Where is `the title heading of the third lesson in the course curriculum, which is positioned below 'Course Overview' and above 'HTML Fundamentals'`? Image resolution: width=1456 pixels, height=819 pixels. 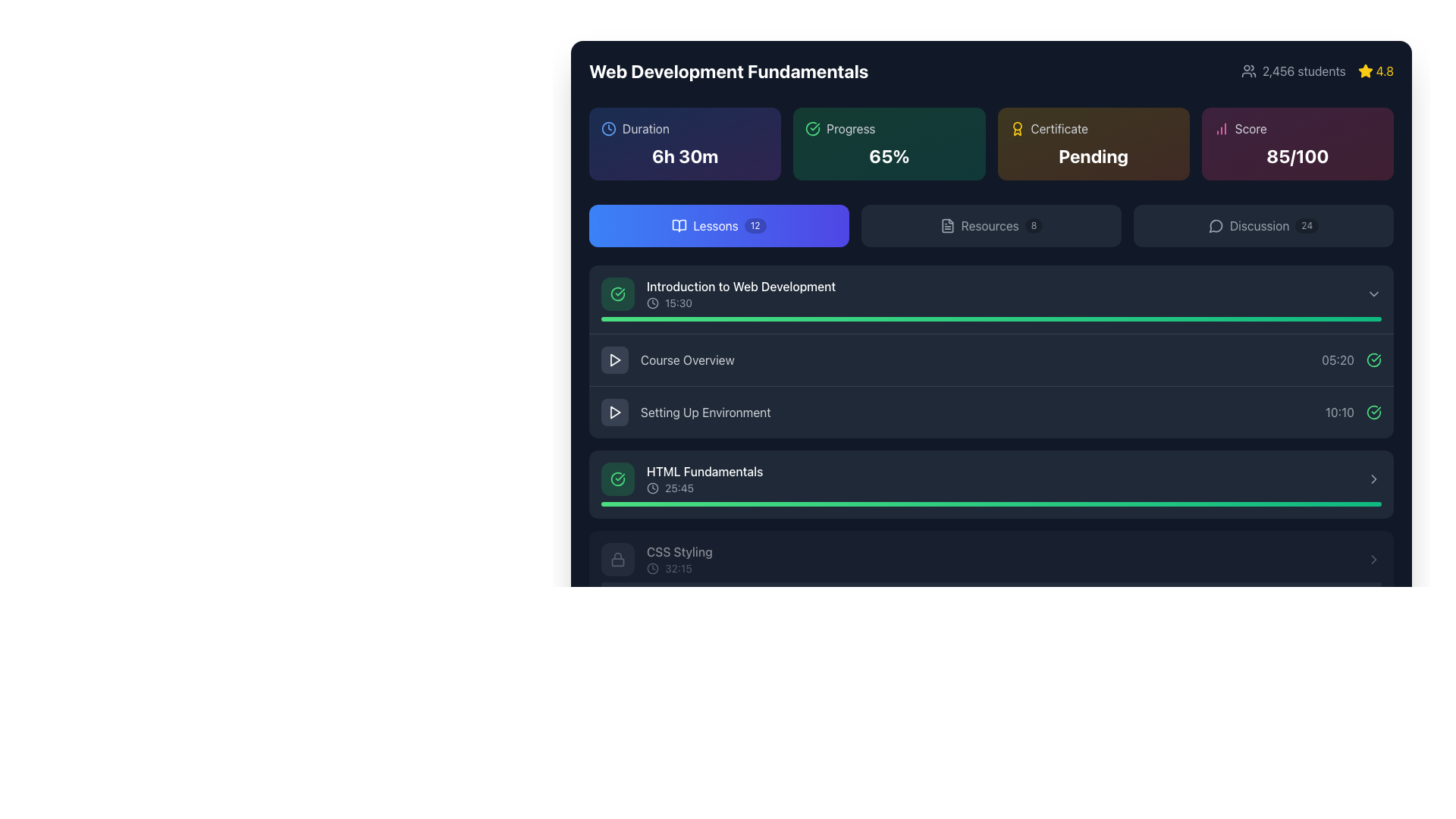
the title heading of the third lesson in the course curriculum, which is positioned below 'Course Overview' and above 'HTML Fundamentals' is located at coordinates (685, 412).